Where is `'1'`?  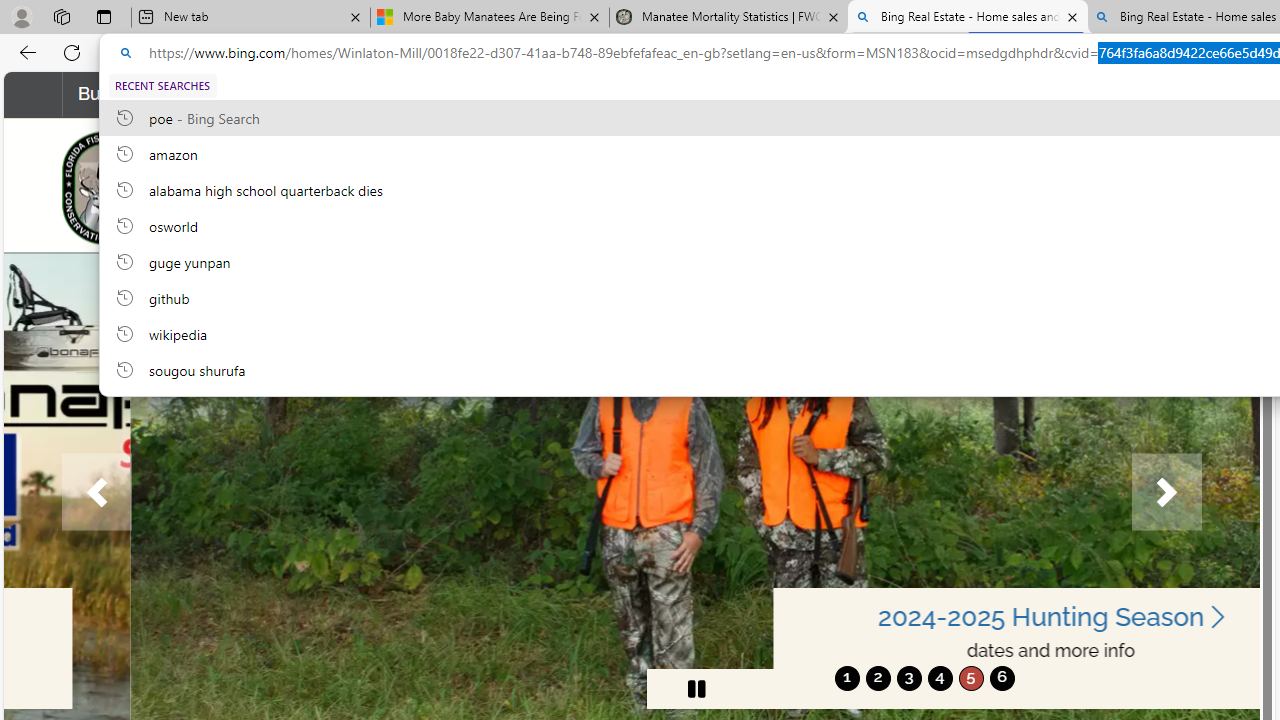
'1' is located at coordinates (847, 677).